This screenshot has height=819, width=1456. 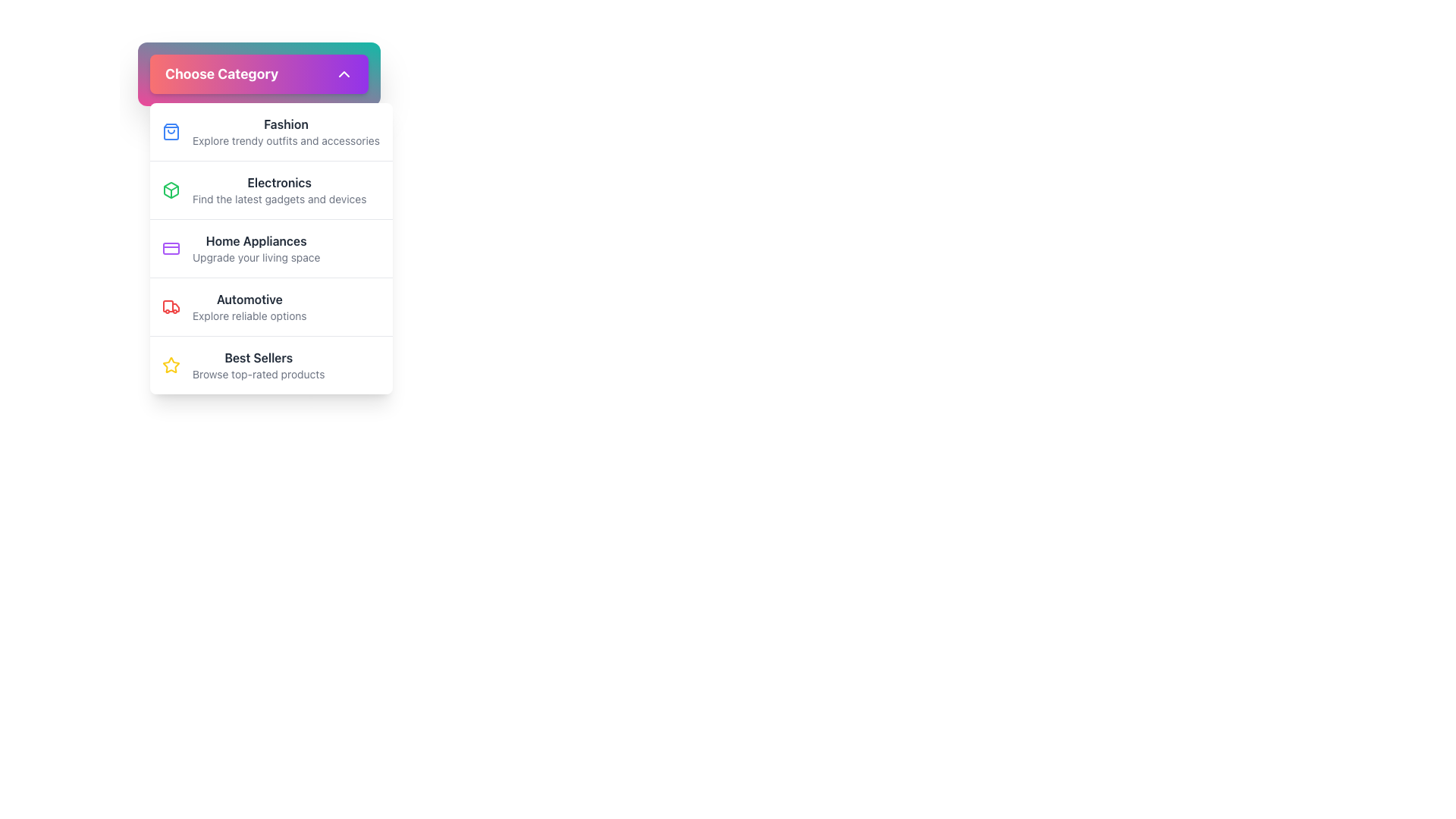 What do you see at coordinates (259, 357) in the screenshot?
I see `the 'Best Sellers' text label located in the dropdown menu under the 'Automotive' section` at bounding box center [259, 357].